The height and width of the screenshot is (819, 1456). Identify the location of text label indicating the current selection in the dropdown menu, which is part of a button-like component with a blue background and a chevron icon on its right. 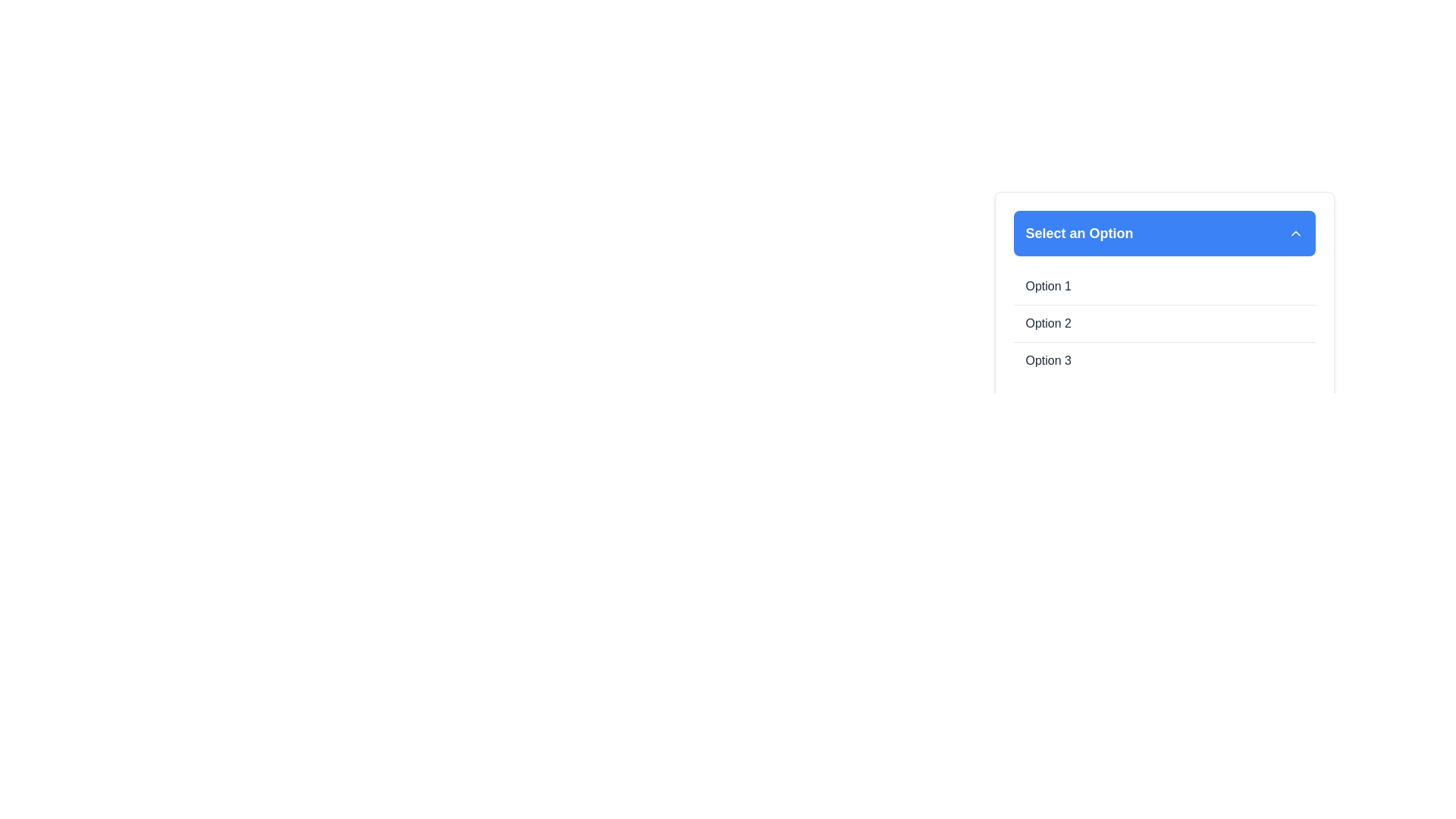
(1078, 234).